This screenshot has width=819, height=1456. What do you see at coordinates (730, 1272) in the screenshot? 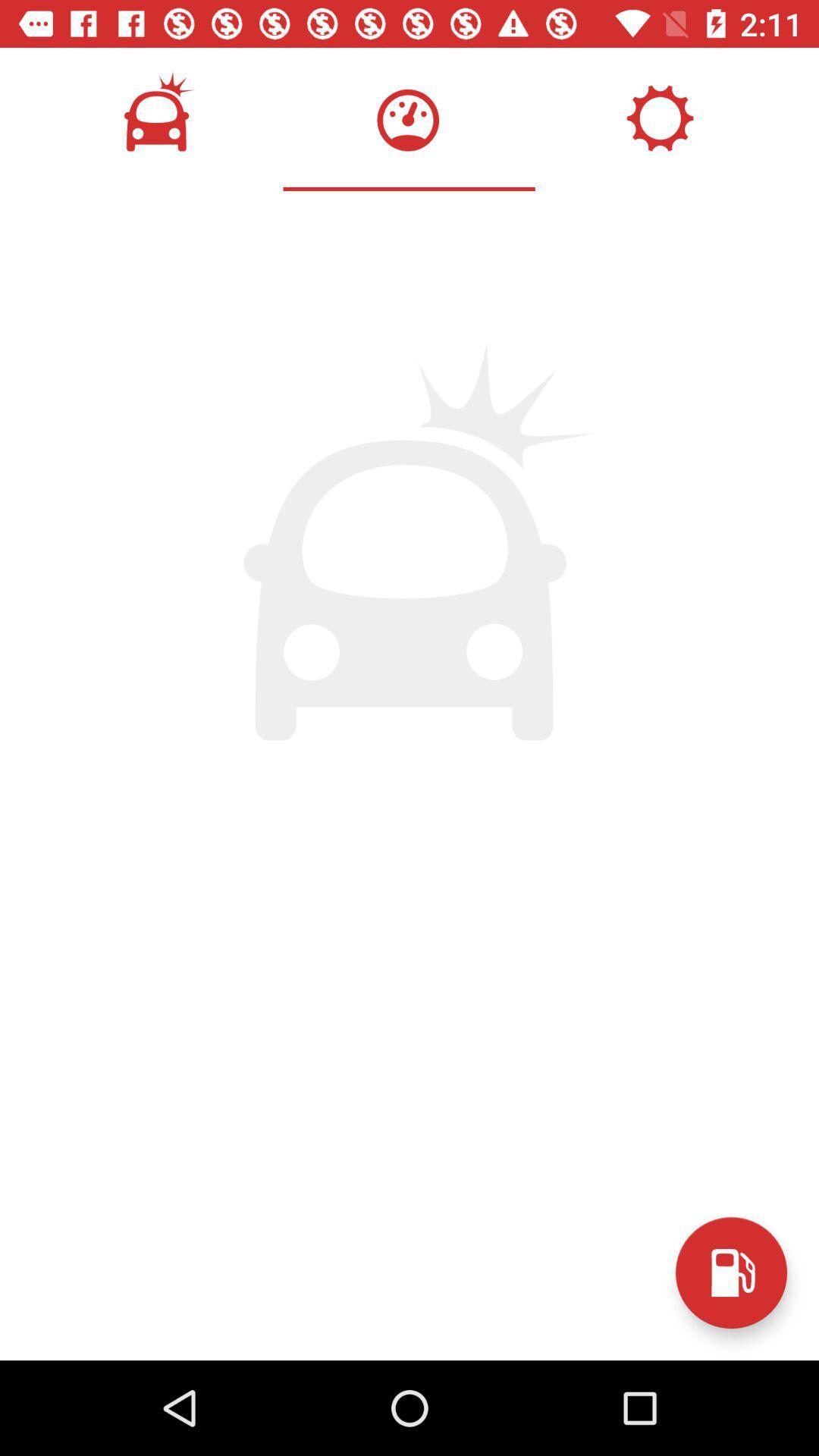
I see `icon at the bottom right corner` at bounding box center [730, 1272].